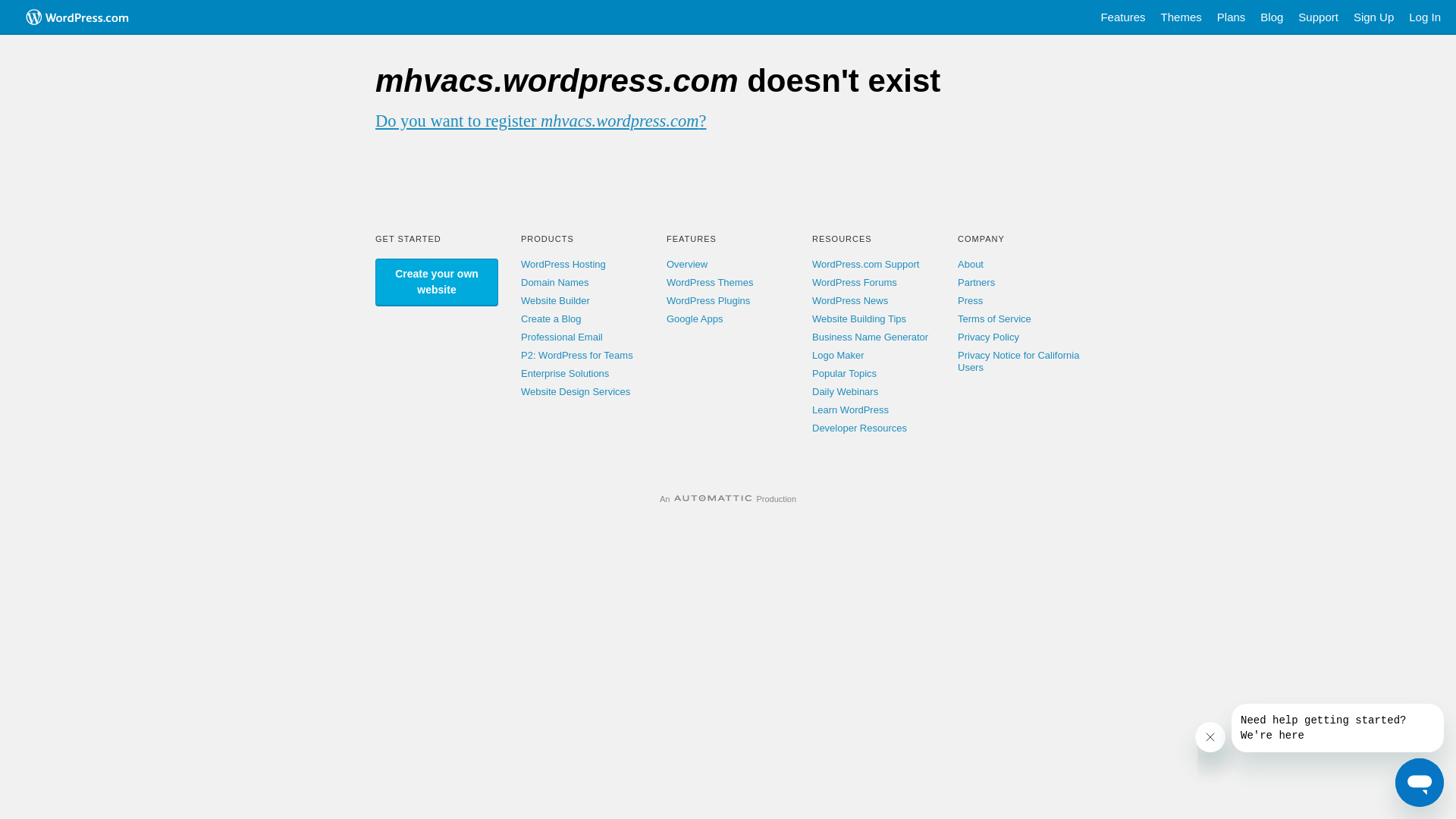  Describe the element at coordinates (994, 318) in the screenshot. I see `'Terms of Service'` at that location.